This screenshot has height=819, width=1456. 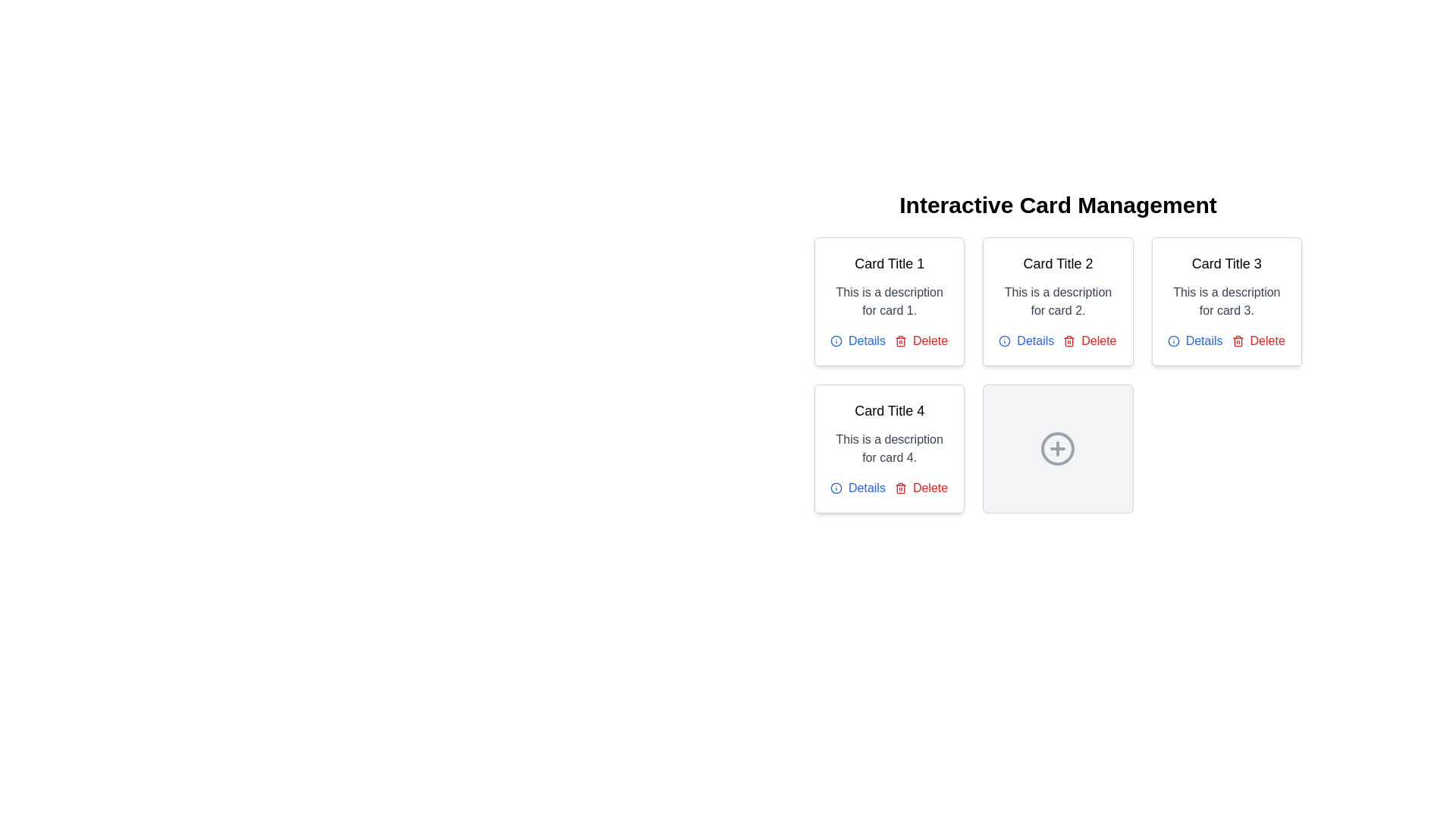 What do you see at coordinates (890, 488) in the screenshot?
I see `the button group located at the bottom-right corner of the card labeled 'Card Title 4'` at bounding box center [890, 488].